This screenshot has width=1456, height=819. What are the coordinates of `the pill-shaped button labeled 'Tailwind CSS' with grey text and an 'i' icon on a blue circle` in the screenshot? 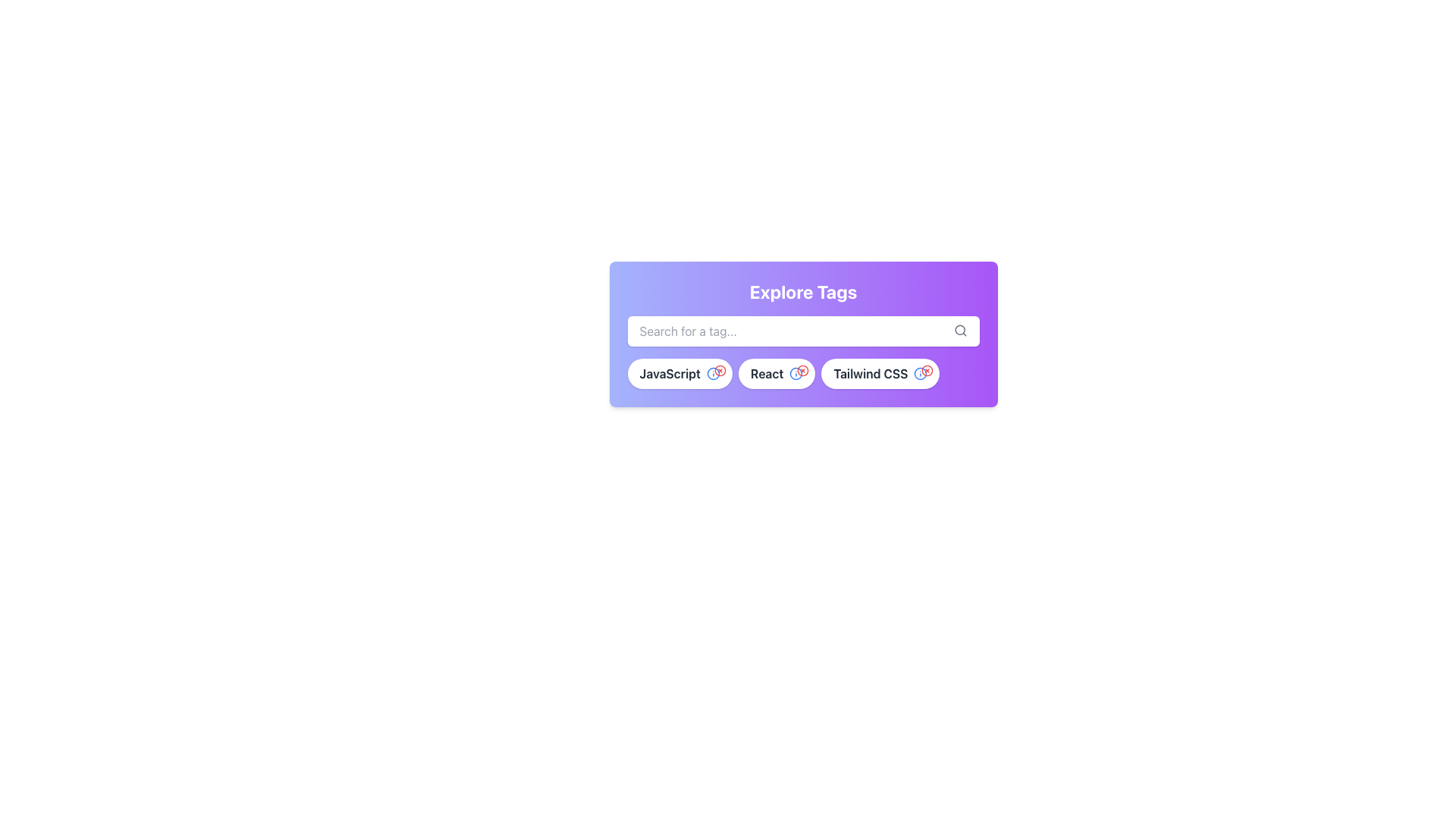 It's located at (880, 374).